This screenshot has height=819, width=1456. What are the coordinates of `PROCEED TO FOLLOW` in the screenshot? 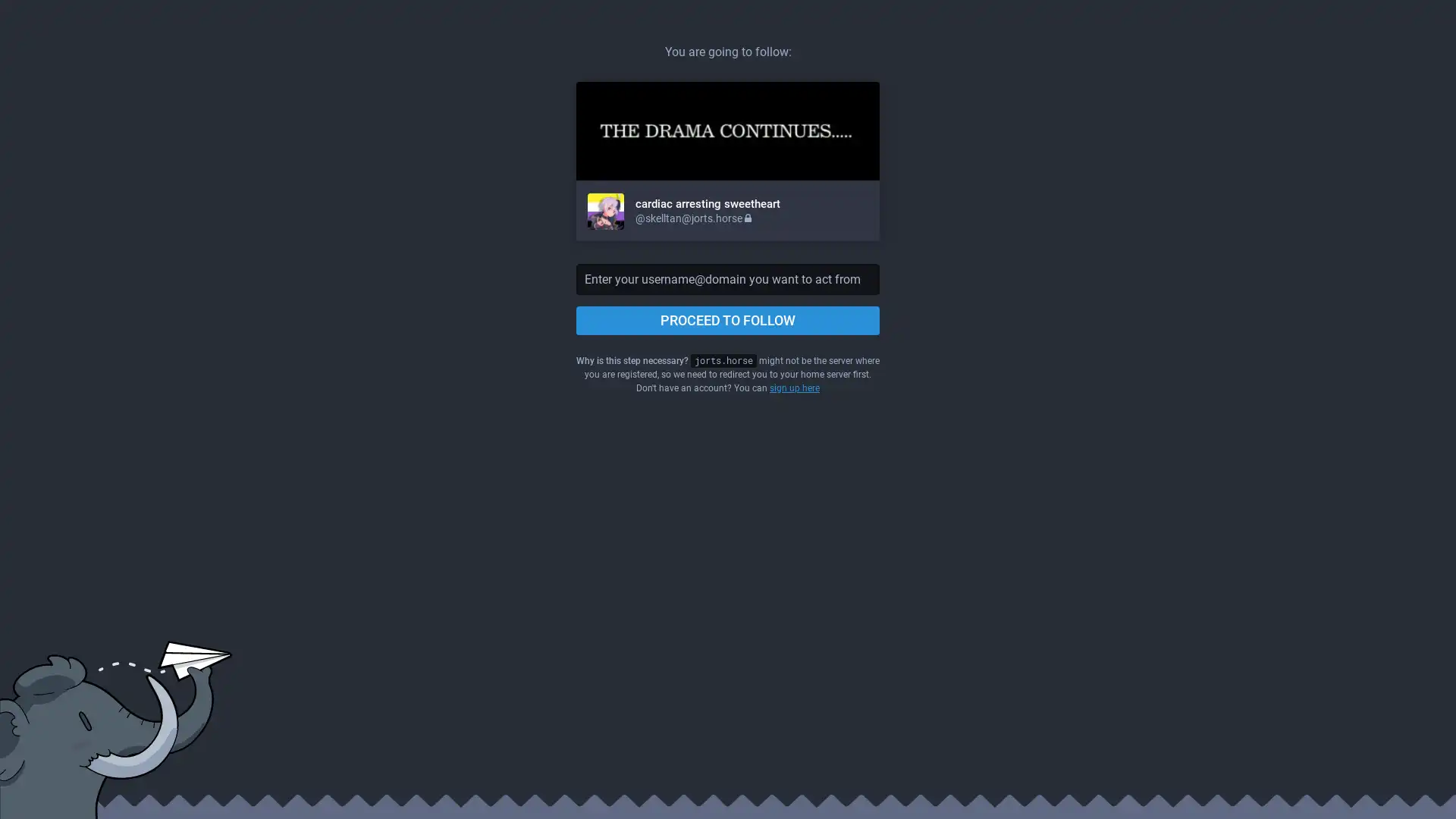 It's located at (728, 320).